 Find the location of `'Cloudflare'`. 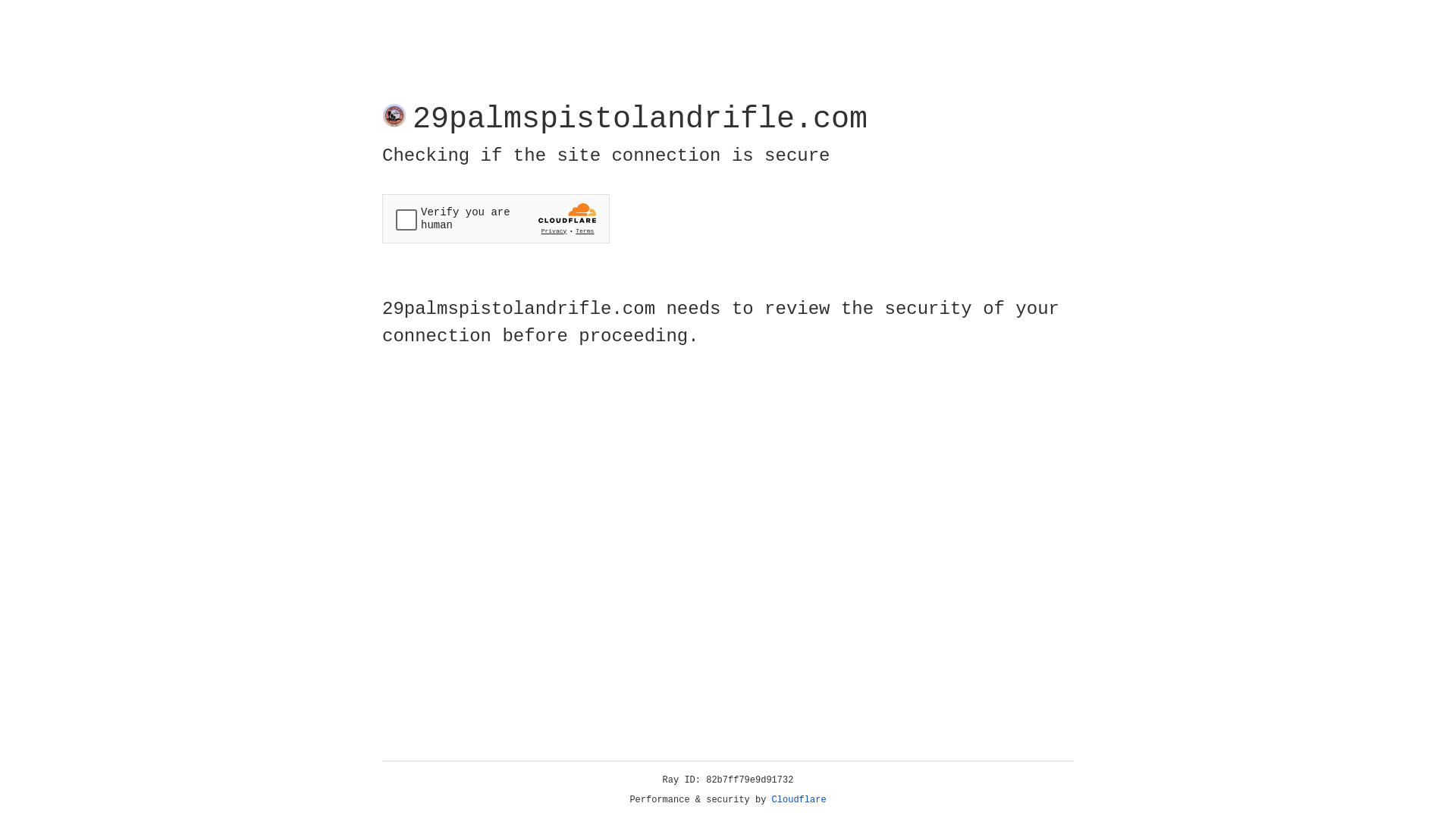

'Cloudflare' is located at coordinates (799, 799).